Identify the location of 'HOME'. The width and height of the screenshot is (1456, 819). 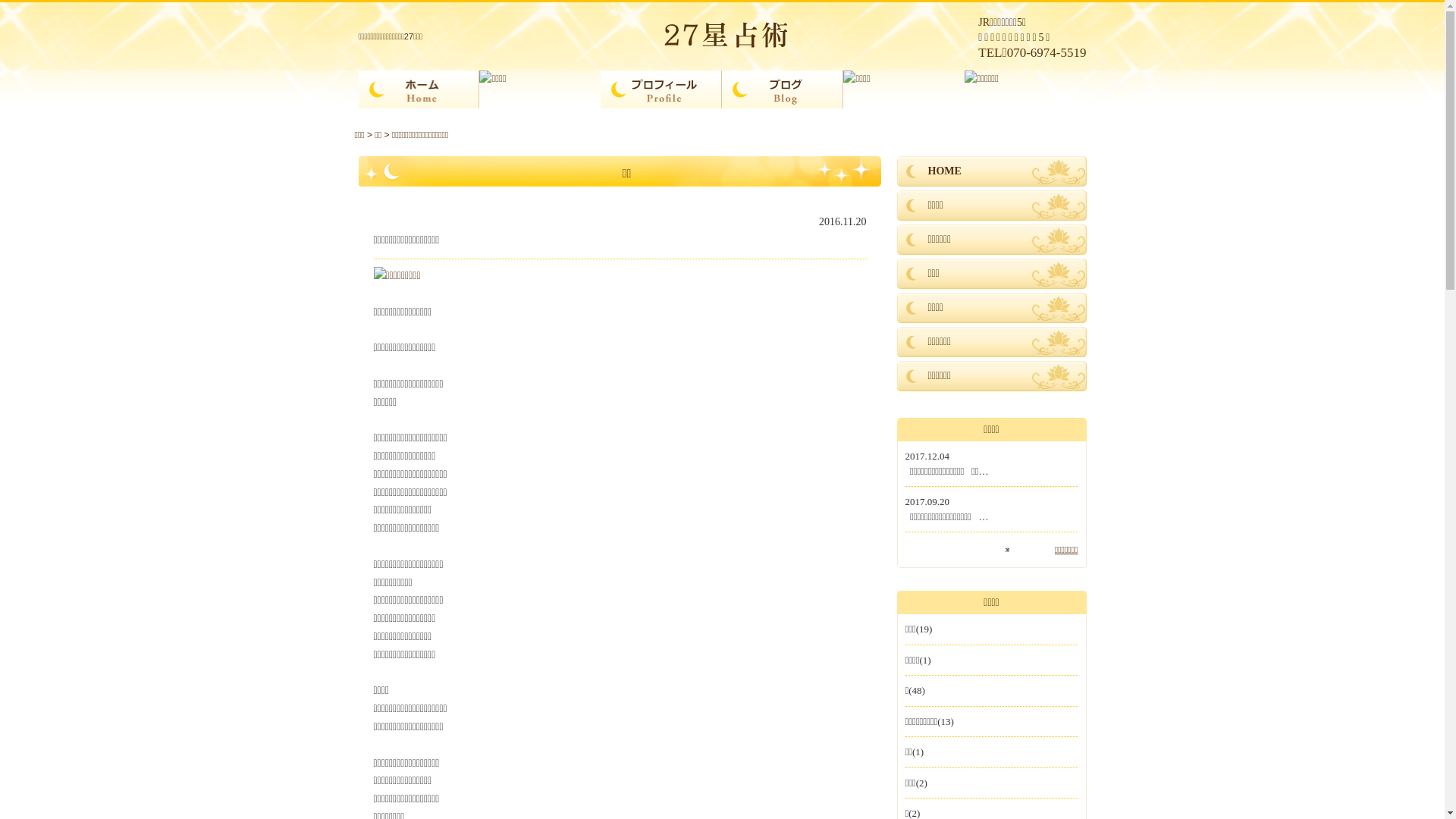
(990, 171).